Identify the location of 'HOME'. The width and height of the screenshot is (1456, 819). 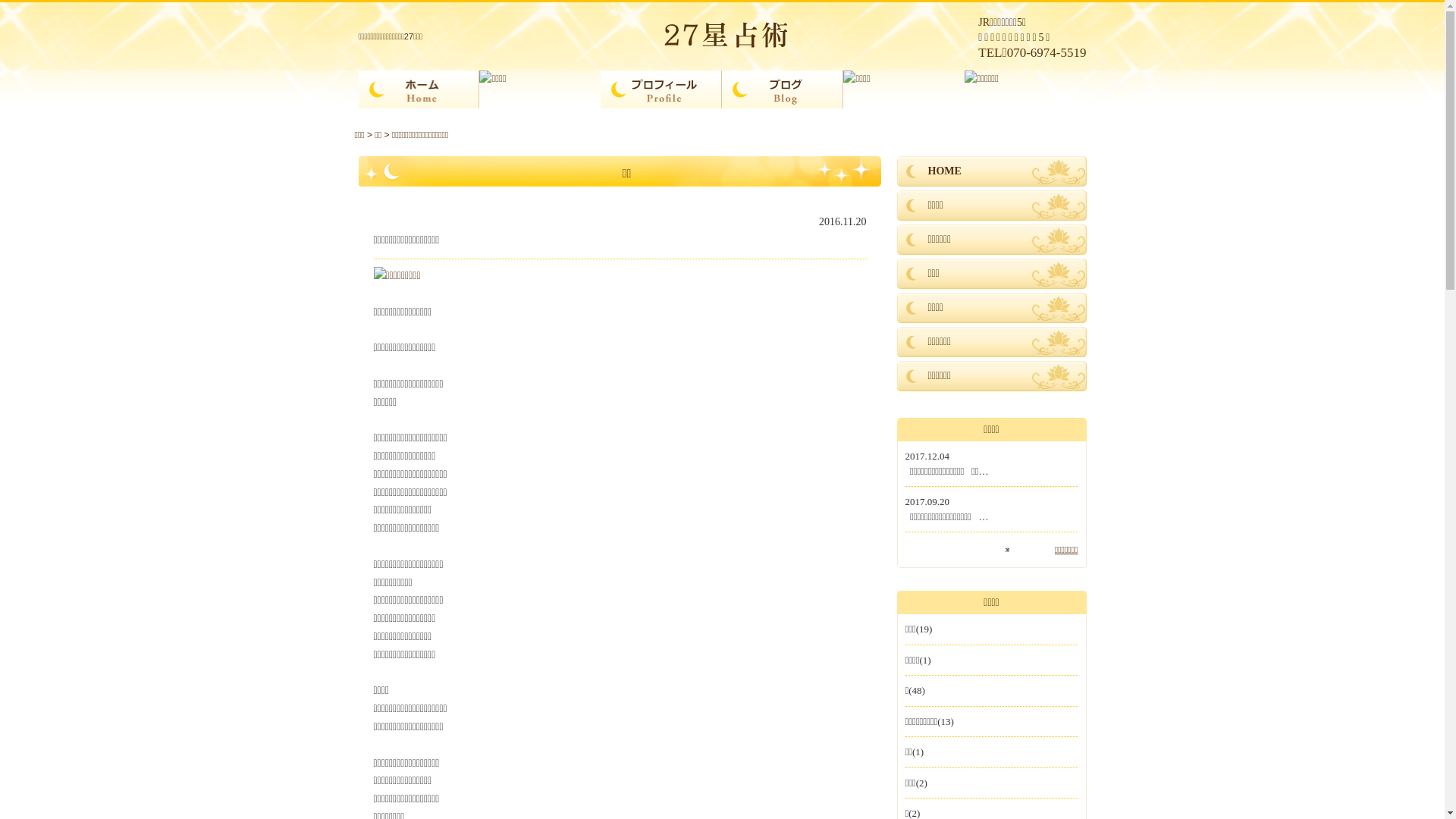
(990, 171).